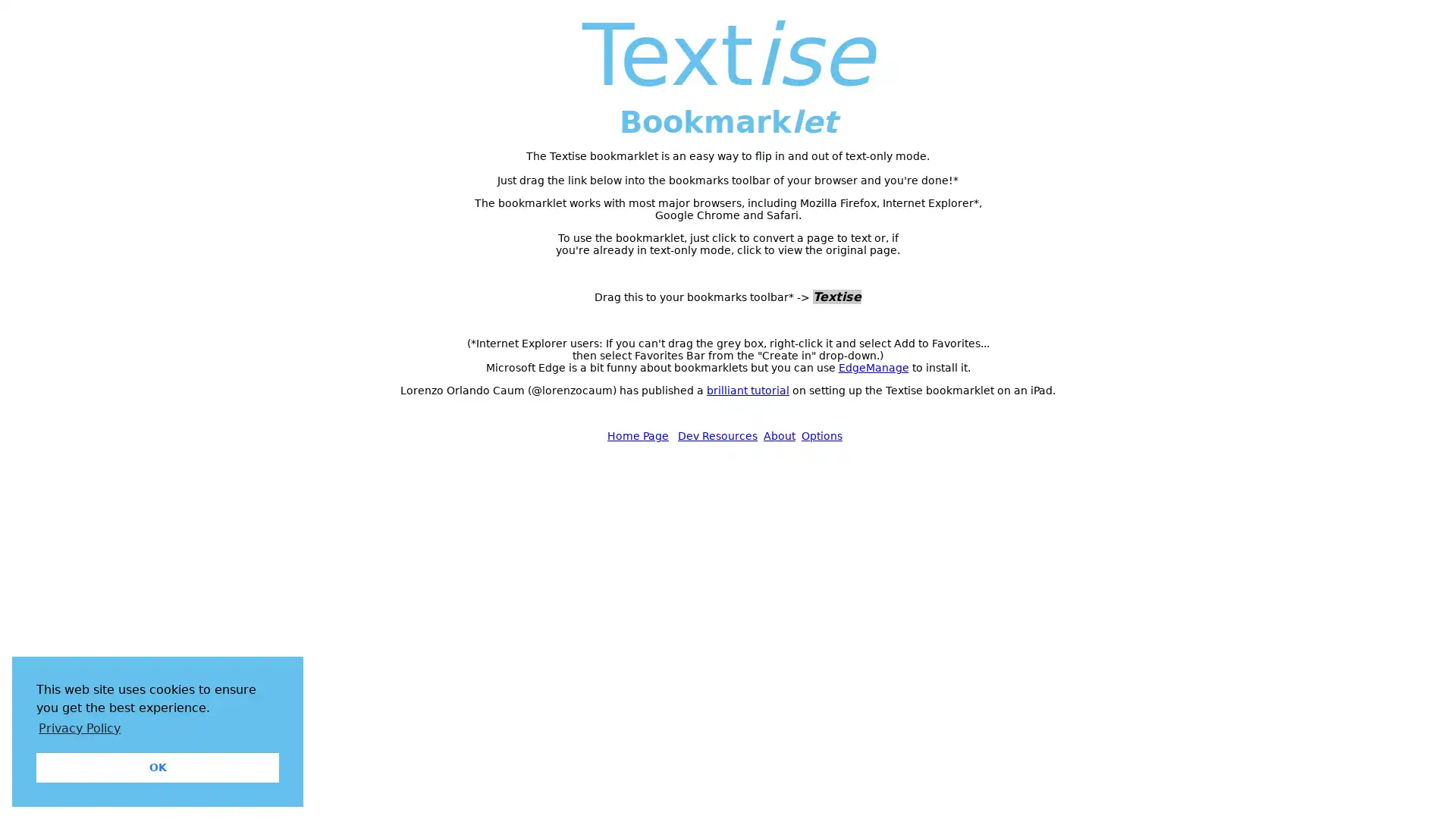  What do you see at coordinates (157, 767) in the screenshot?
I see `dismiss cookie message` at bounding box center [157, 767].